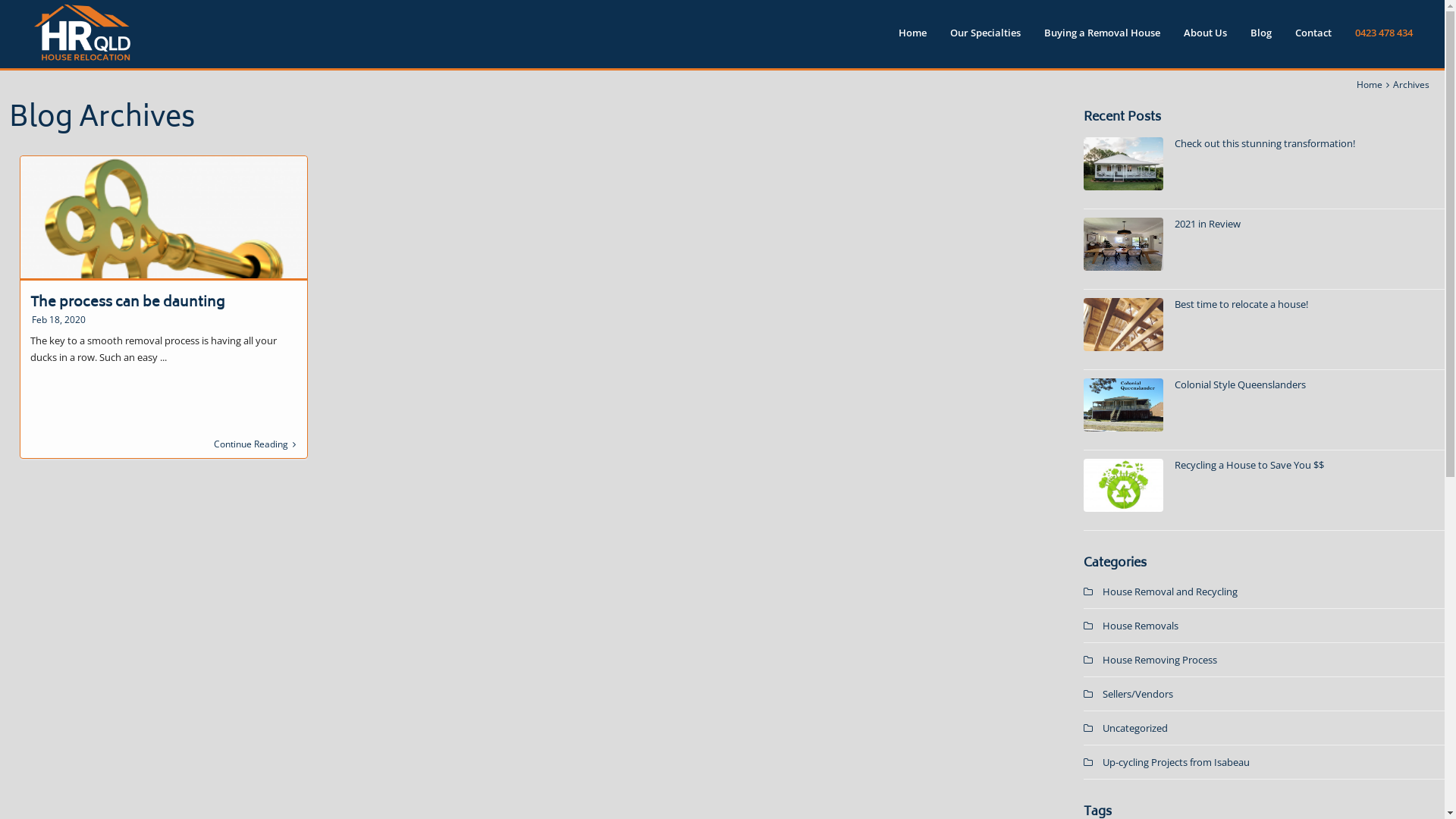 The height and width of the screenshot is (819, 1456). What do you see at coordinates (985, 37) in the screenshot?
I see `'Our Specialties'` at bounding box center [985, 37].